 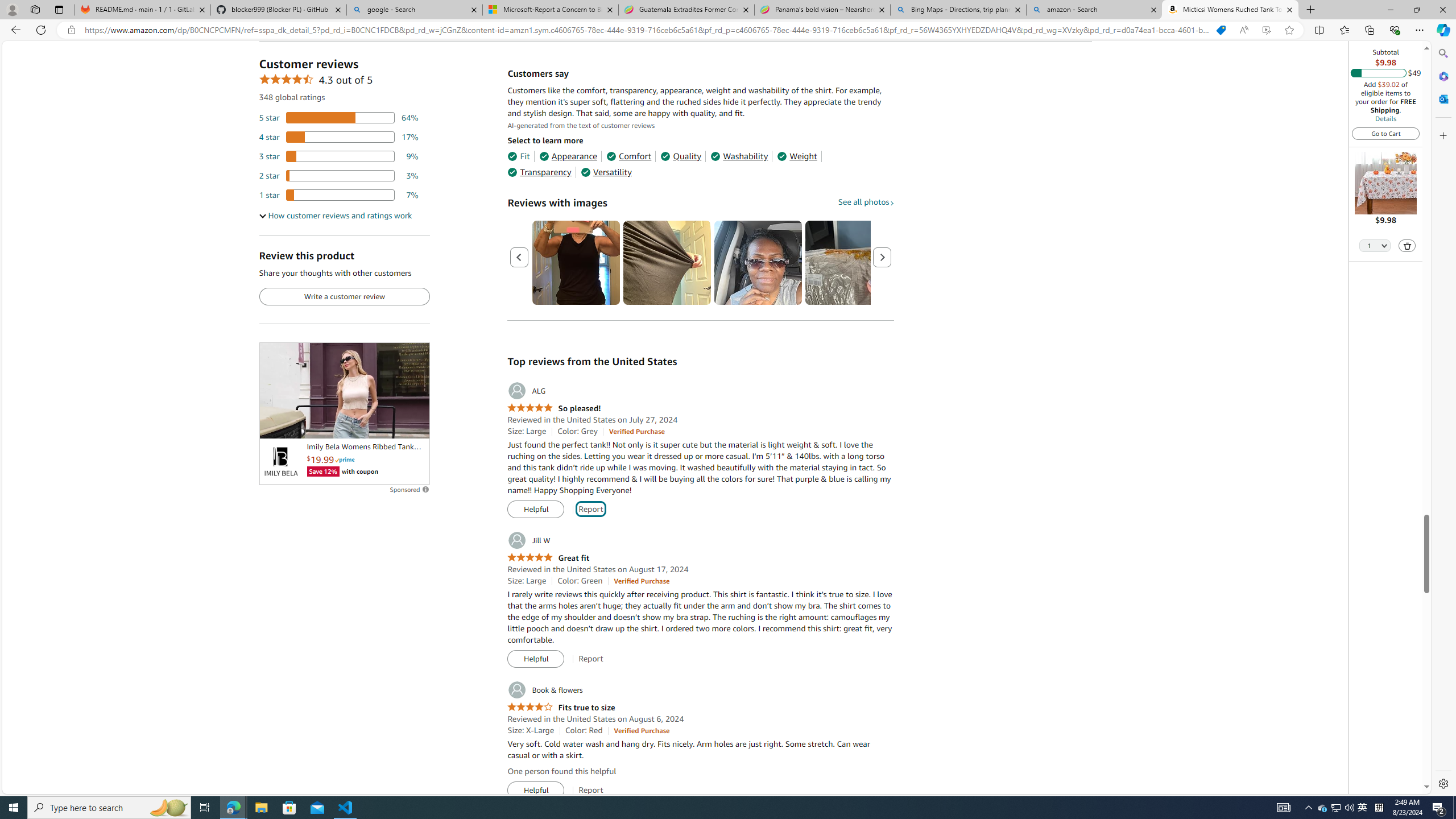 What do you see at coordinates (554, 408) in the screenshot?
I see `'5.0 out of 5 stars So pleased!'` at bounding box center [554, 408].